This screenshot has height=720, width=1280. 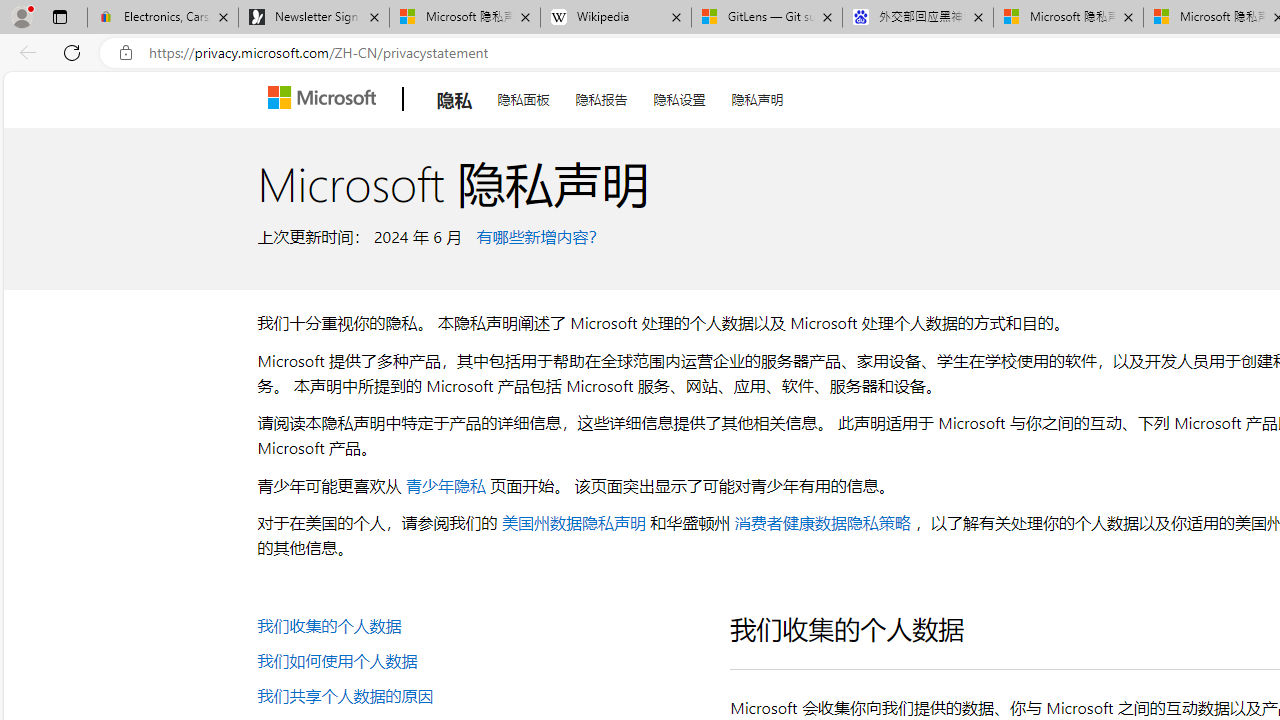 What do you see at coordinates (313, 17) in the screenshot?
I see `'Newsletter Sign Up'` at bounding box center [313, 17].